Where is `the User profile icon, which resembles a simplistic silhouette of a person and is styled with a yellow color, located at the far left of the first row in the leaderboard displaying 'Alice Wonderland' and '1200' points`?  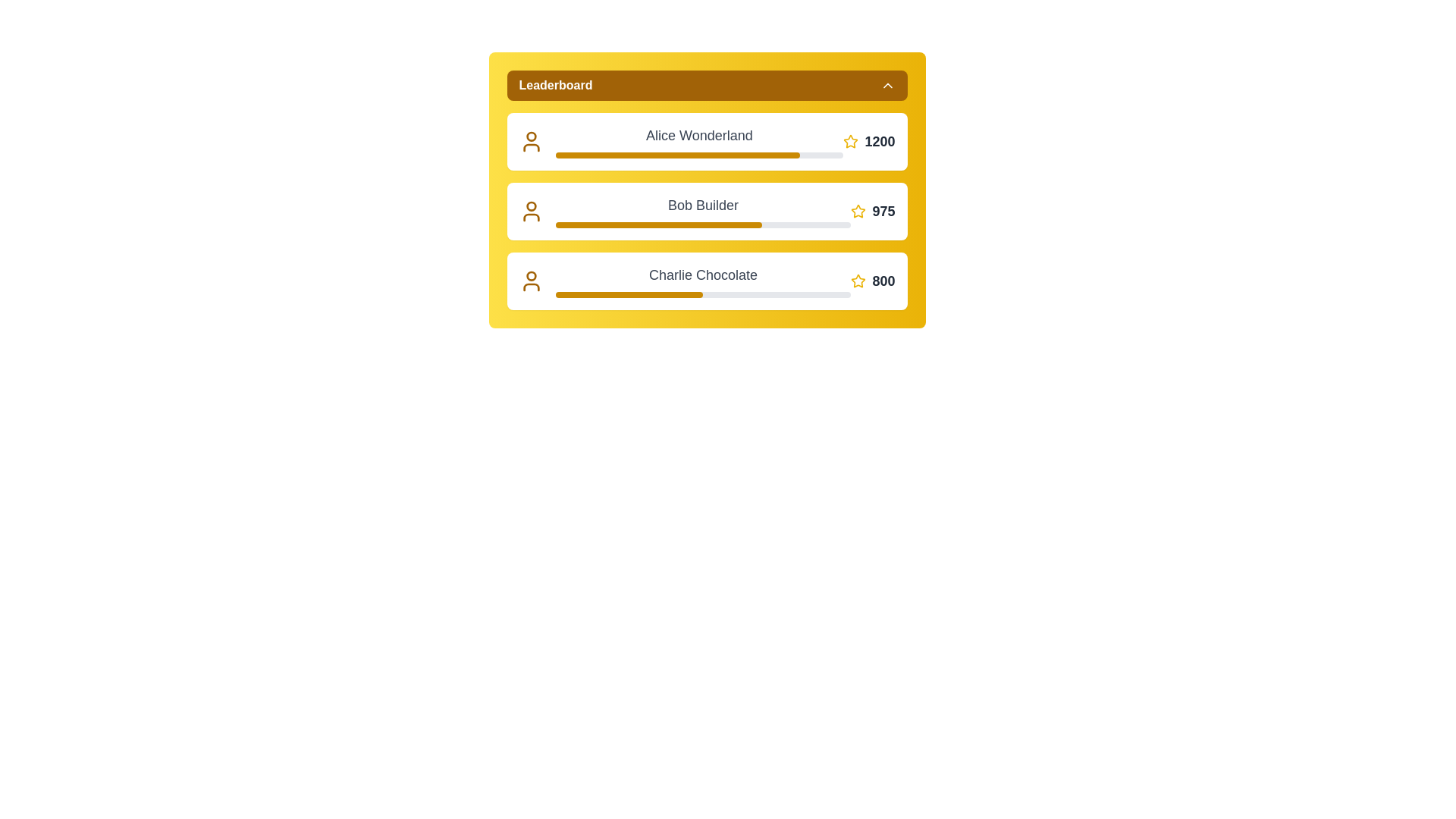 the User profile icon, which resembles a simplistic silhouette of a person and is styled with a yellow color, located at the far left of the first row in the leaderboard displaying 'Alice Wonderland' and '1200' points is located at coordinates (531, 141).